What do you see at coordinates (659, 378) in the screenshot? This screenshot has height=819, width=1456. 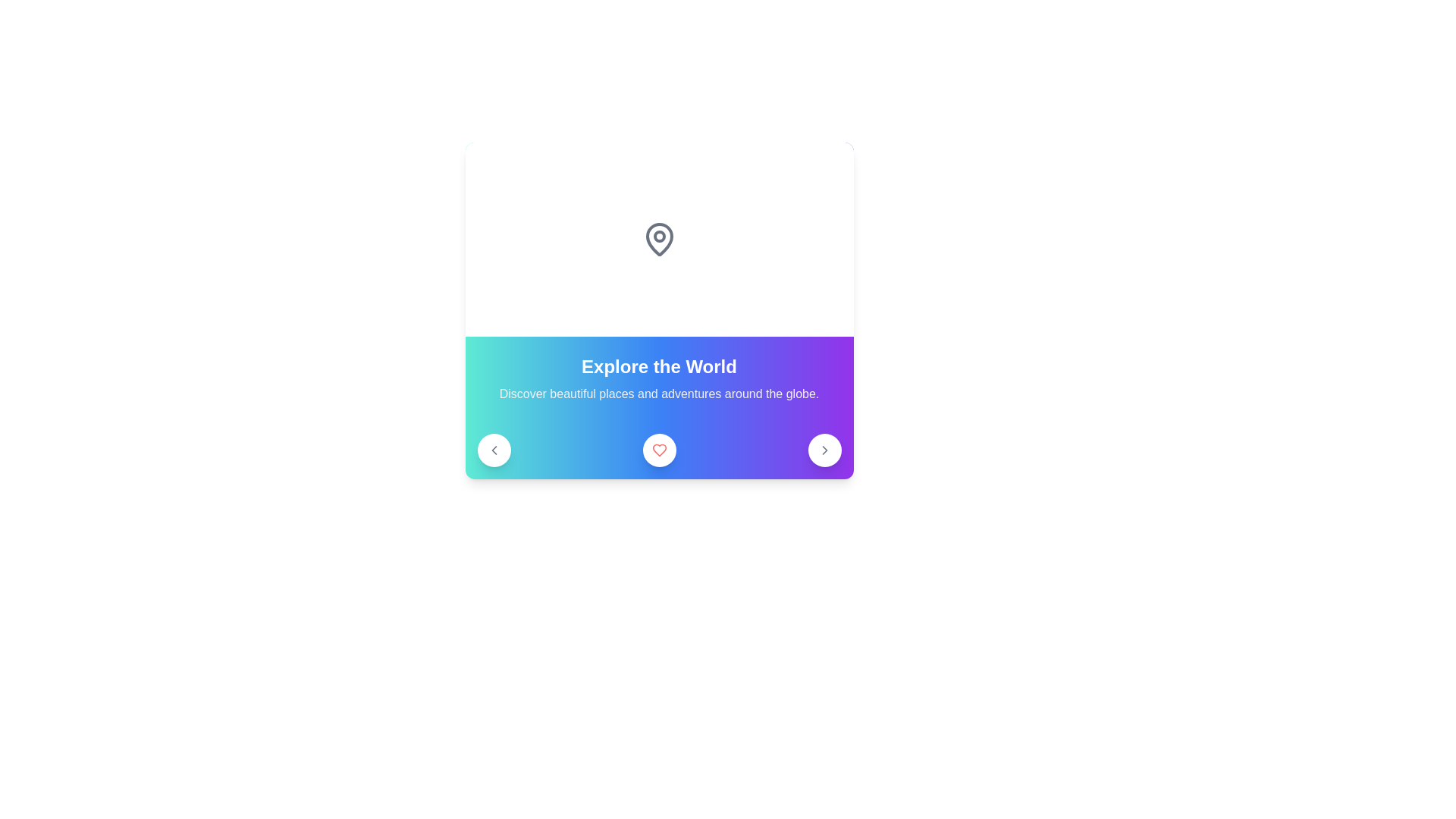 I see `the informational text block that provides a title and brief description about exploring and discovering adventures, located directly below the graphical section and above the row of interactive buttons` at bounding box center [659, 378].